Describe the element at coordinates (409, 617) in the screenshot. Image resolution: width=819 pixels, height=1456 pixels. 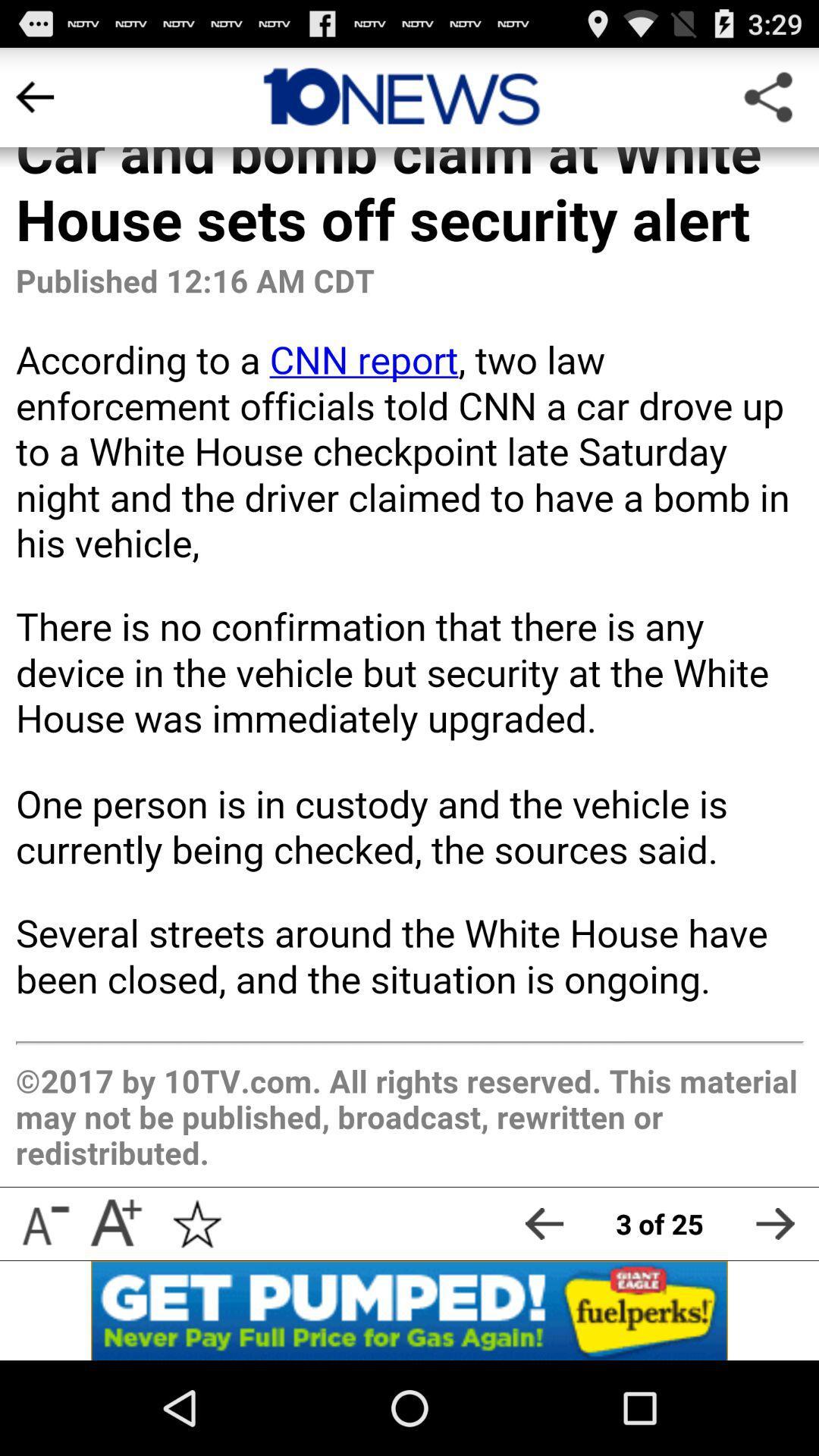
I see `the entire article` at that location.